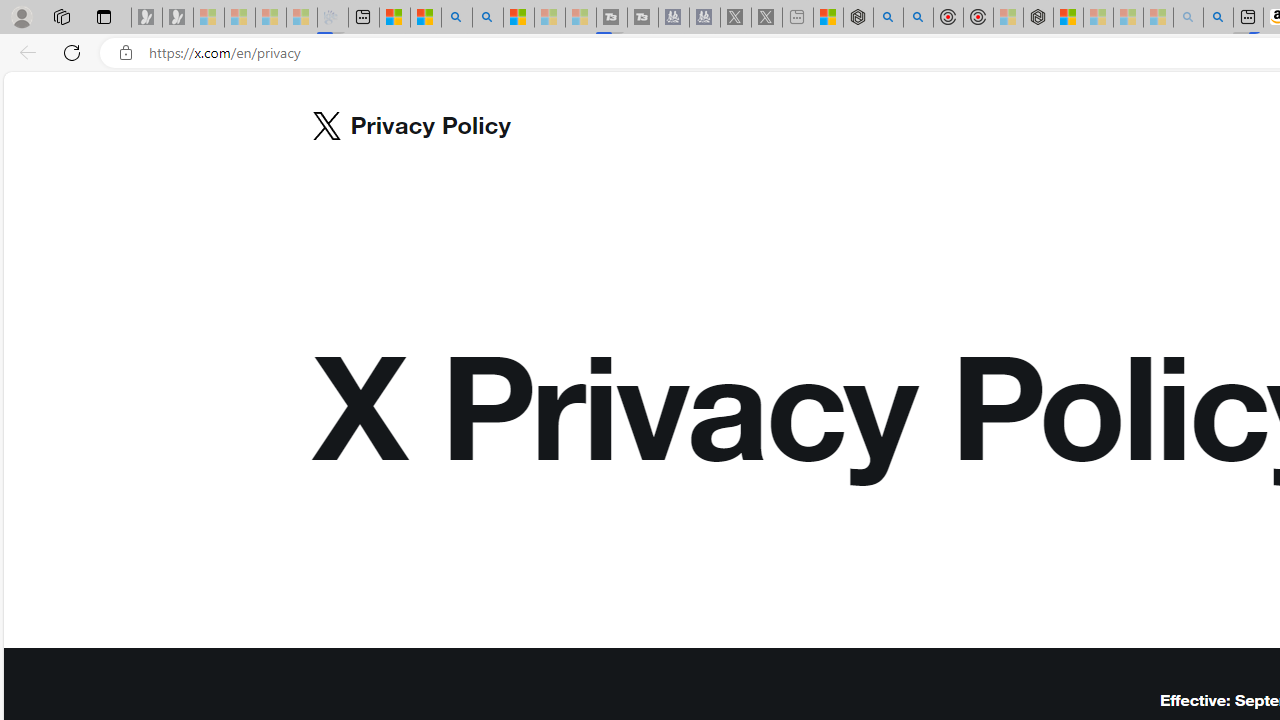 The width and height of the screenshot is (1280, 720). What do you see at coordinates (125, 52) in the screenshot?
I see `'View site information'` at bounding box center [125, 52].